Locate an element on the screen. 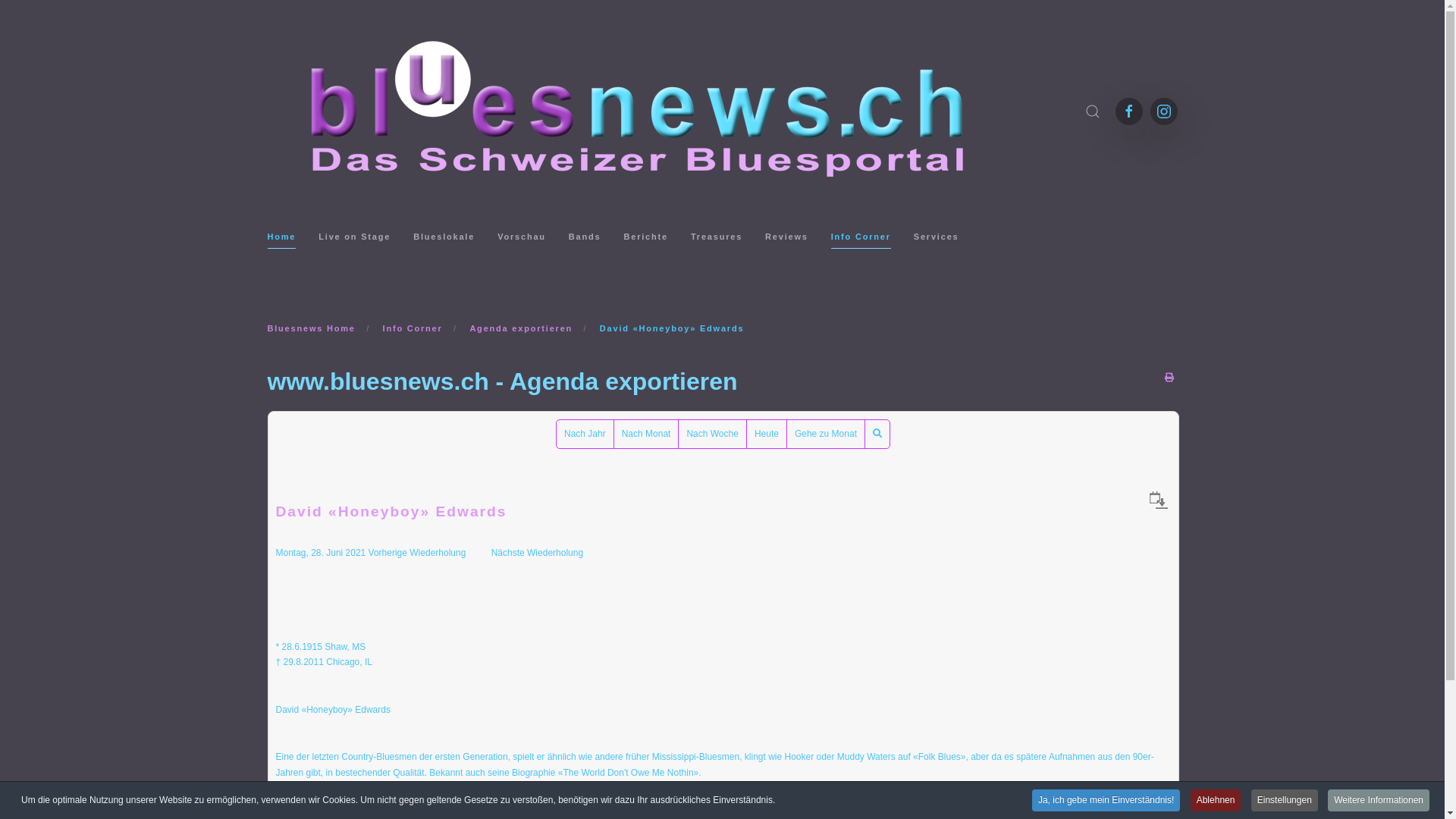  'Bands' is located at coordinates (584, 237).